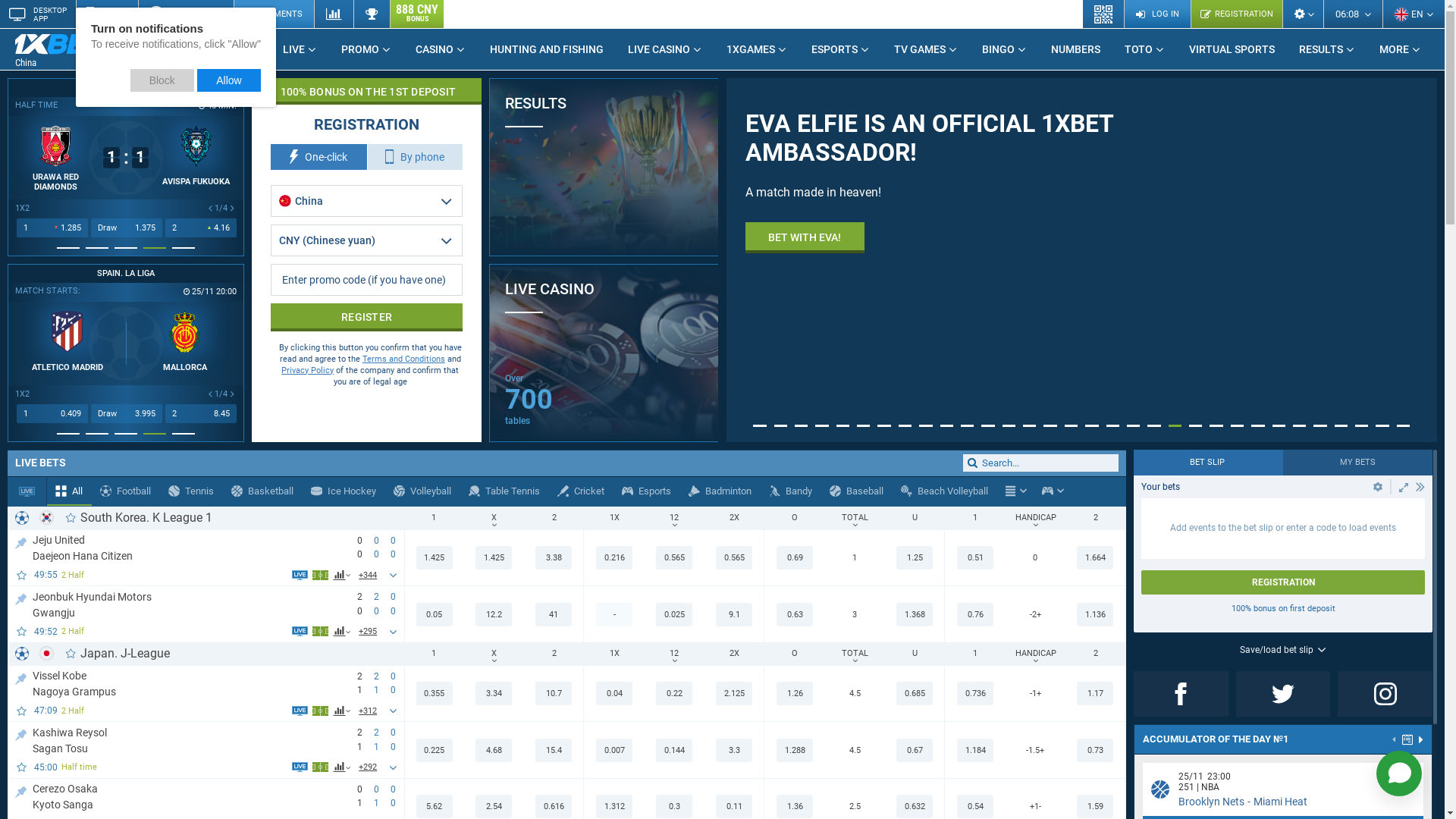 This screenshot has height=819, width=1456. What do you see at coordinates (1399, 49) in the screenshot?
I see `'MORE'` at bounding box center [1399, 49].